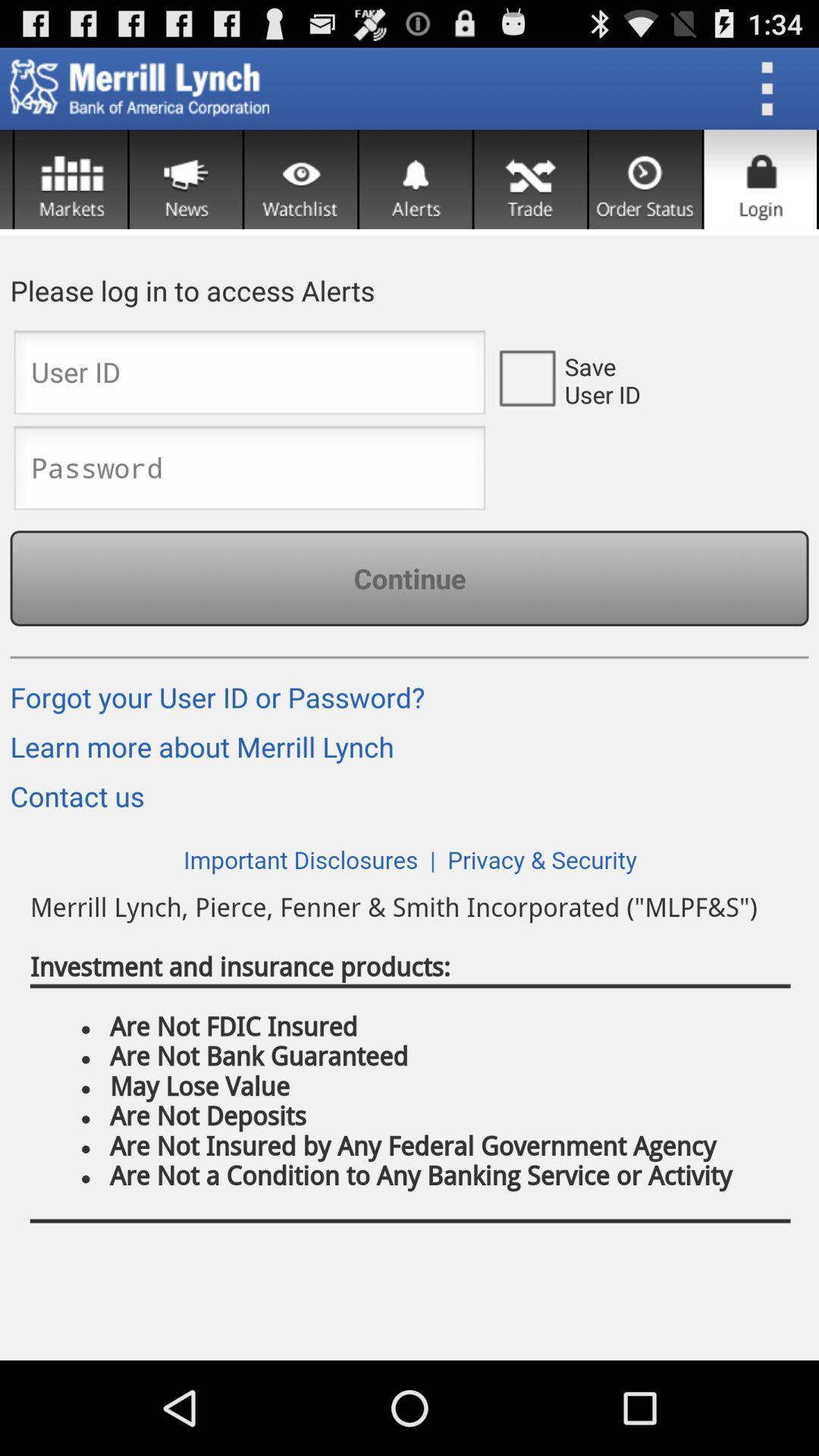 The width and height of the screenshot is (819, 1456). I want to click on login page, so click(249, 377).